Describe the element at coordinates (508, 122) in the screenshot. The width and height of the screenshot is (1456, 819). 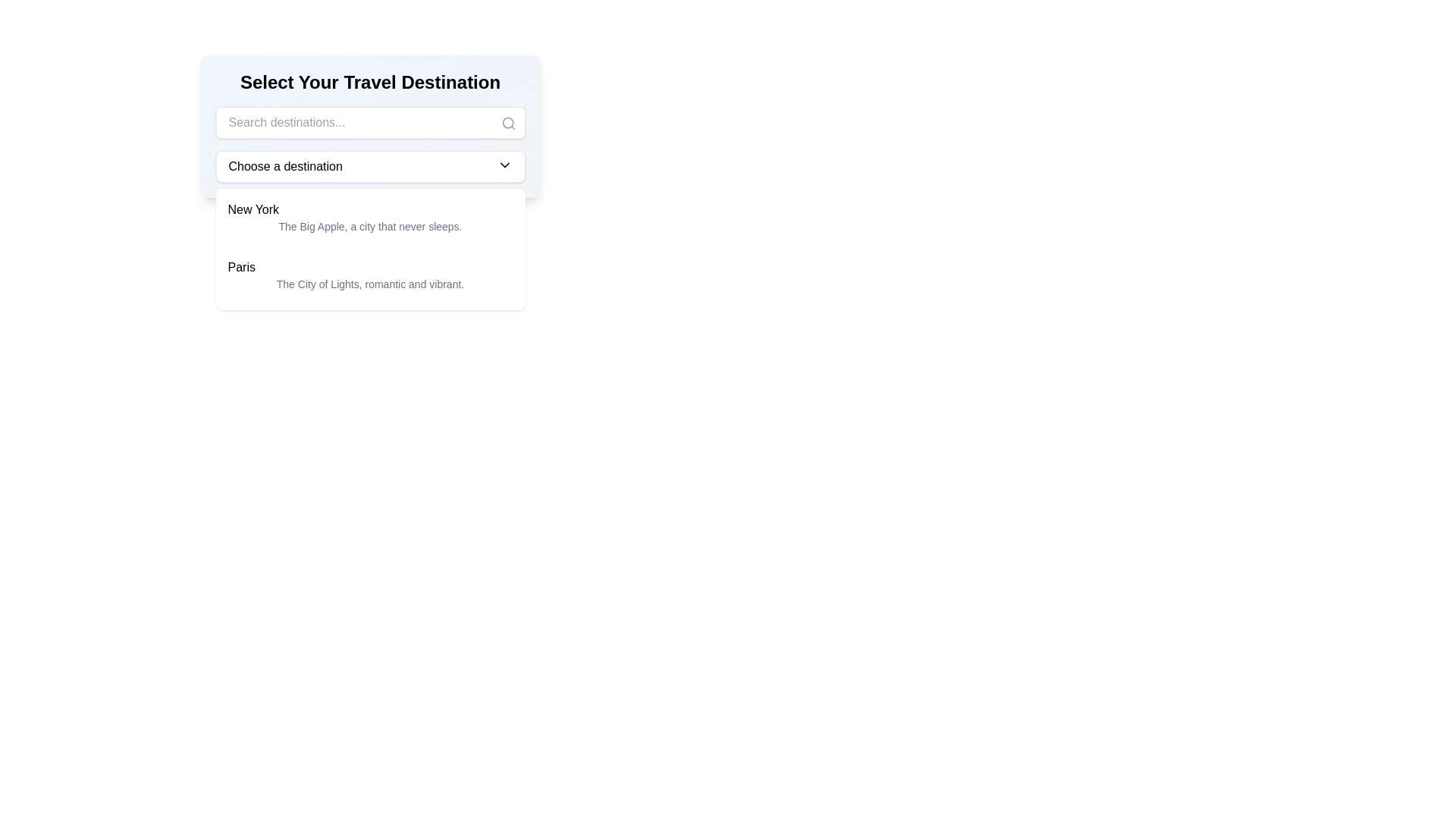
I see `the light gray magnifying glass icon with a rounded handle and circular lens, located at the right end of the search bar` at that location.